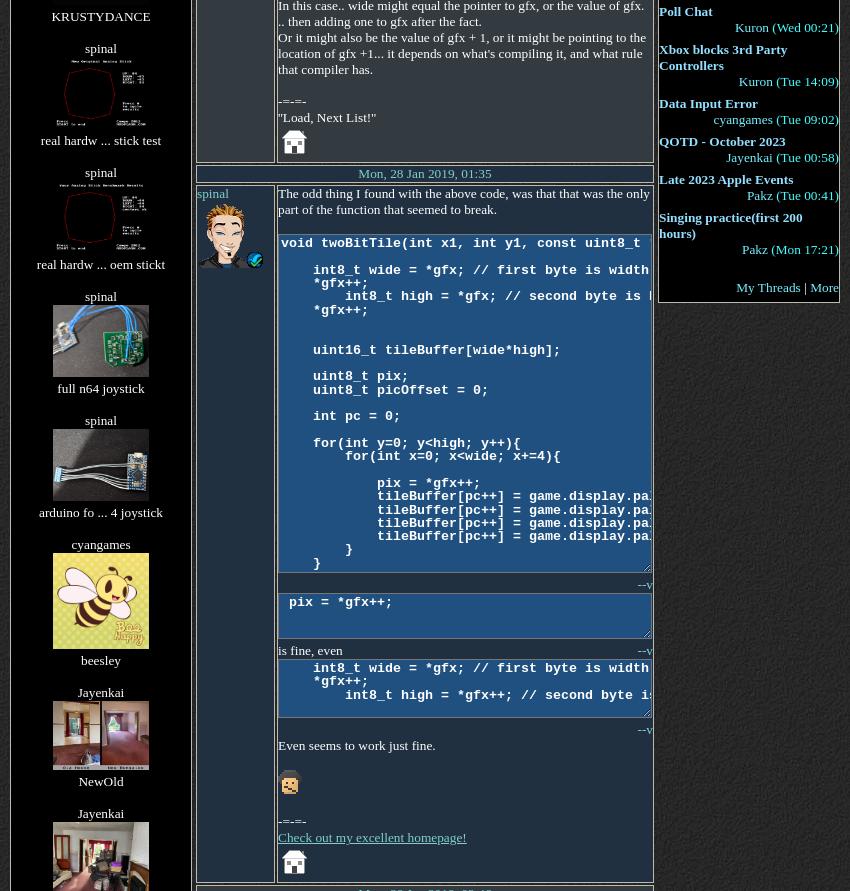 The image size is (850, 891). What do you see at coordinates (770, 249) in the screenshot?
I see `'(Mon 17:21)'` at bounding box center [770, 249].